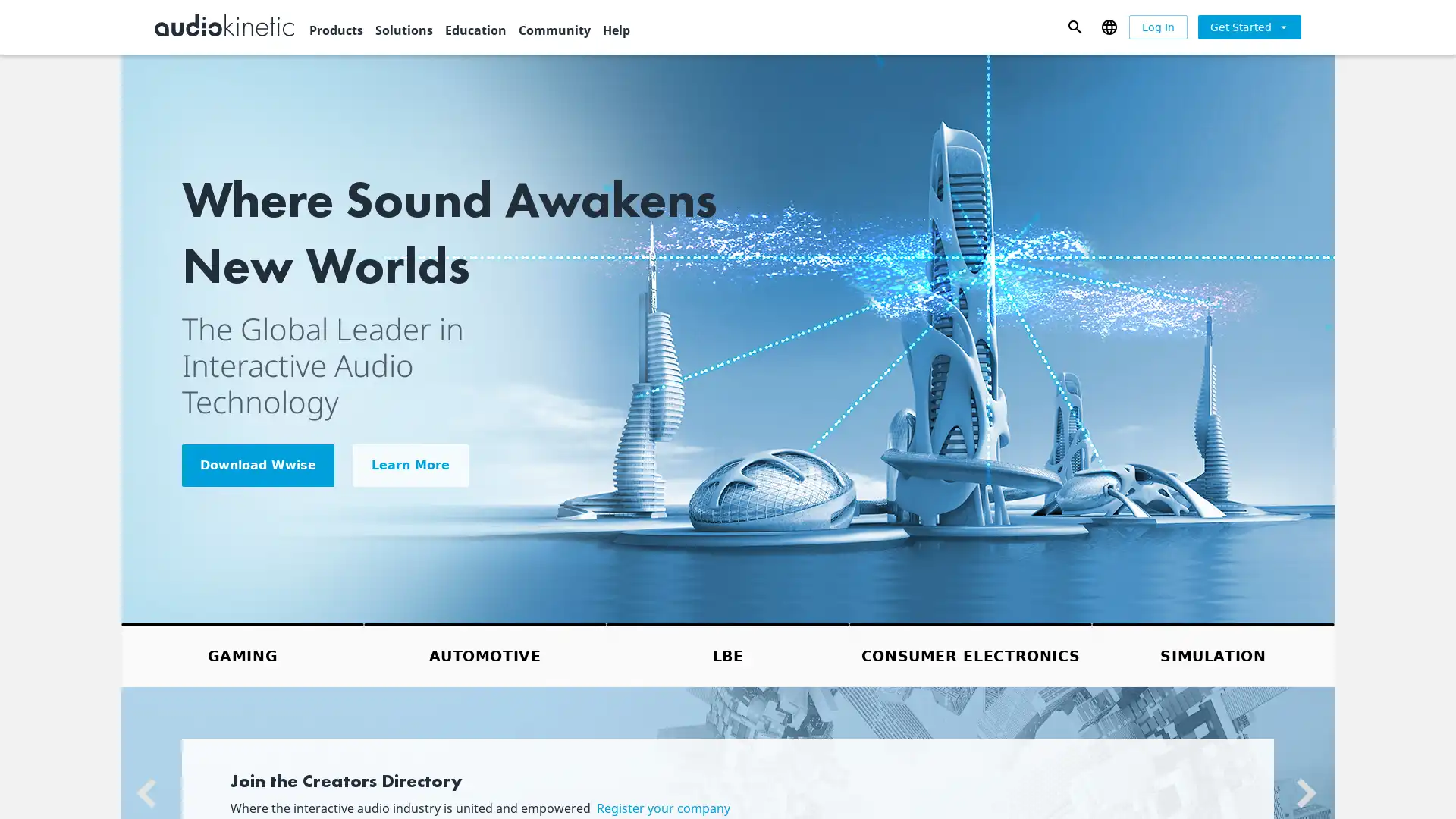 This screenshot has height=819, width=1456. I want to click on Download Wwise, so click(258, 464).